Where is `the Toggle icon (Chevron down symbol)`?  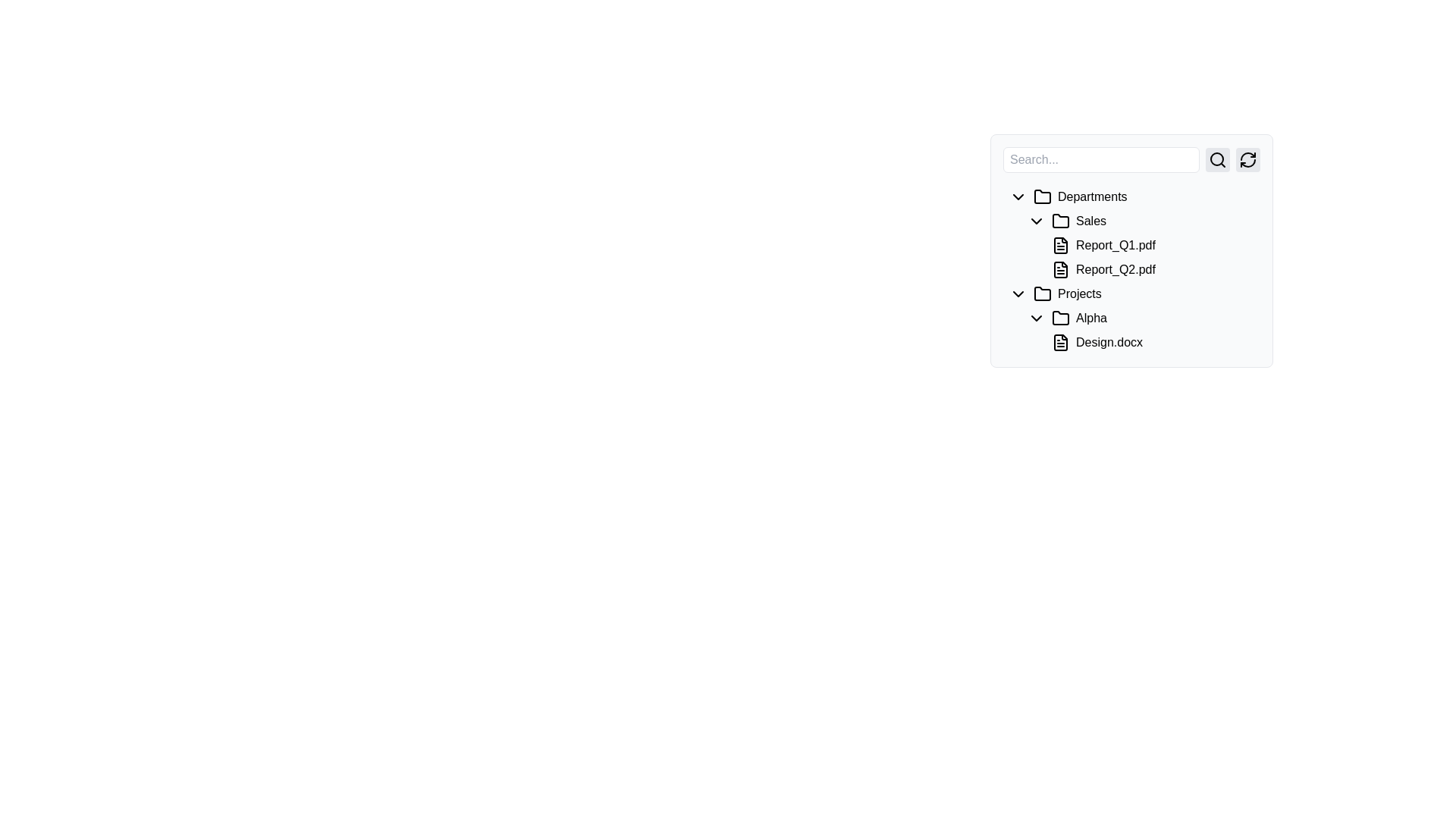 the Toggle icon (Chevron down symbol) is located at coordinates (1036, 318).